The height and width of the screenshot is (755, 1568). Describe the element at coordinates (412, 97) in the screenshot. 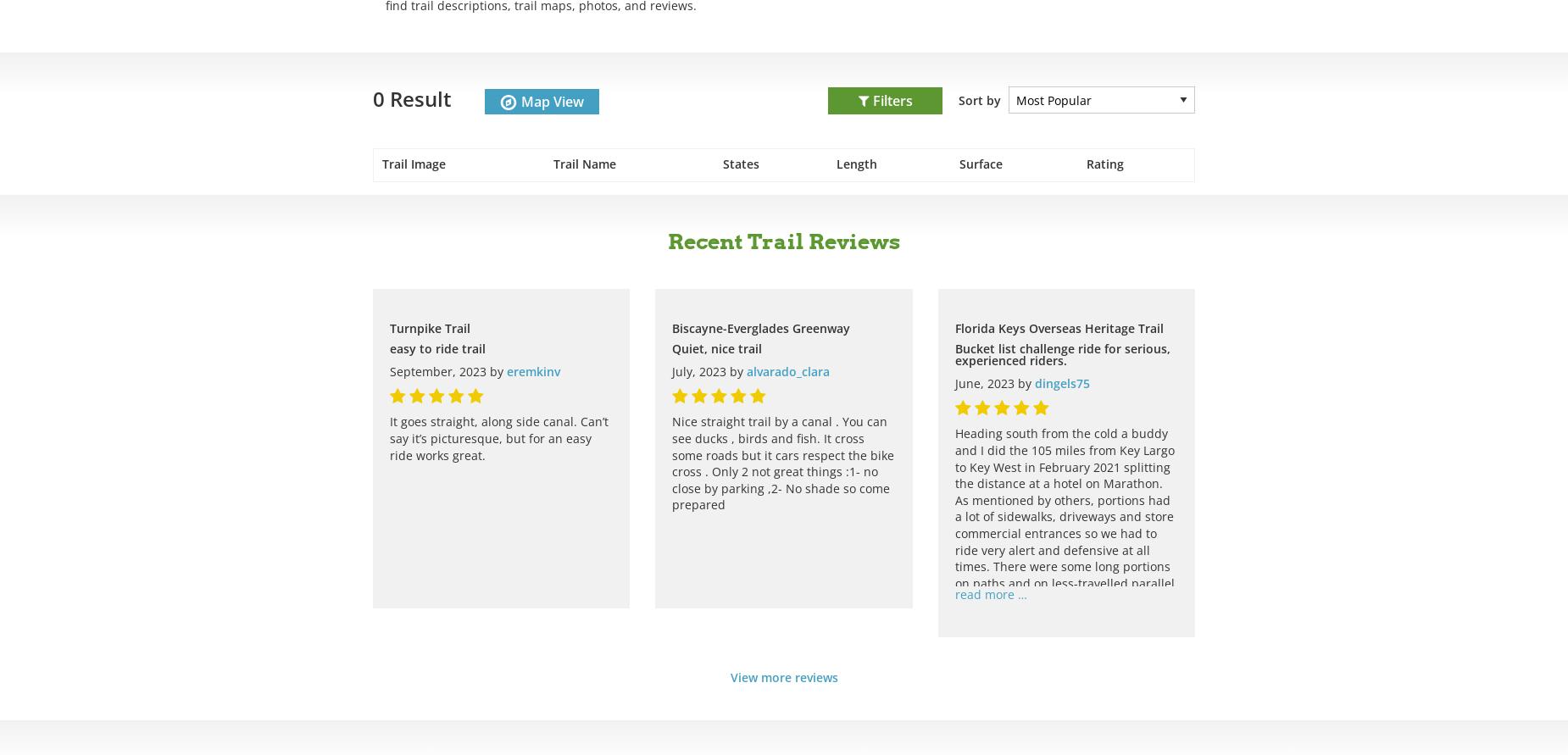

I see `'0 Result'` at that location.